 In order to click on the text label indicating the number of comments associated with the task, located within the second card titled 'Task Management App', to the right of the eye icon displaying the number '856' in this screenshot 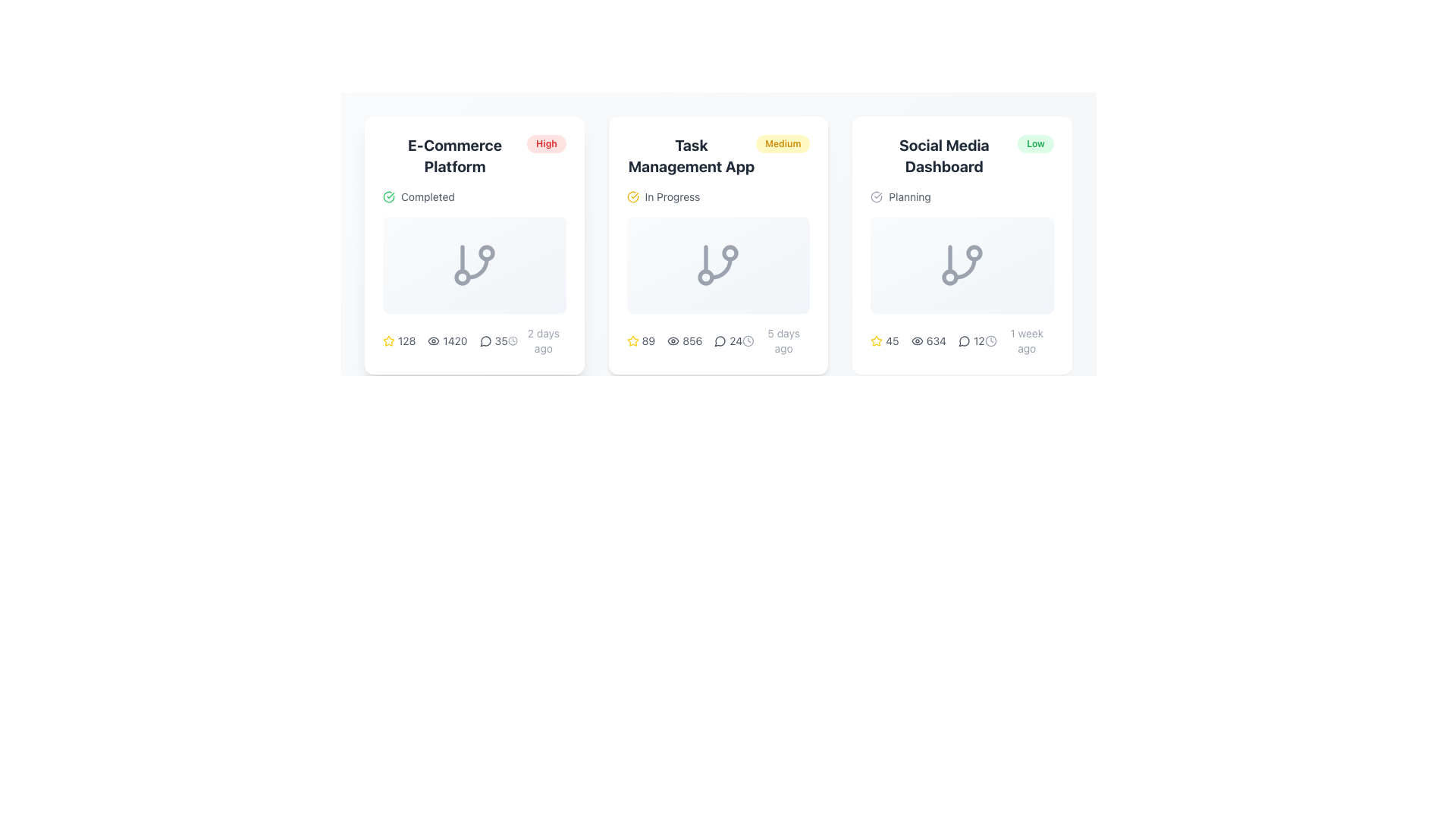, I will do `click(736, 341)`.